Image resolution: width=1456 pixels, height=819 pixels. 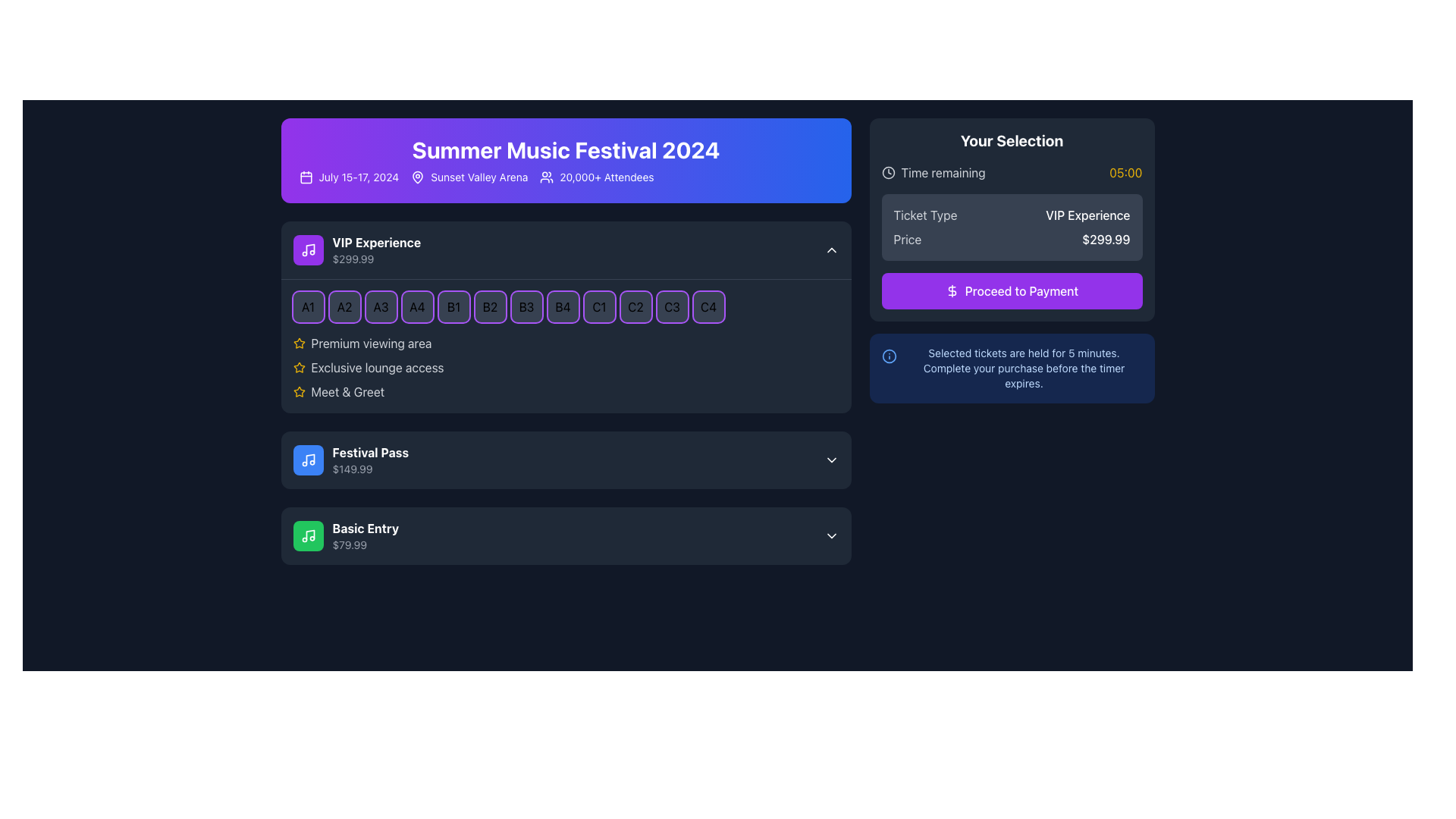 I want to click on the decorative square with rounded corners that serves as the backdrop for the calendar icon, located near the upper-left corner of the layout beneath the purple header bar, so click(x=305, y=177).